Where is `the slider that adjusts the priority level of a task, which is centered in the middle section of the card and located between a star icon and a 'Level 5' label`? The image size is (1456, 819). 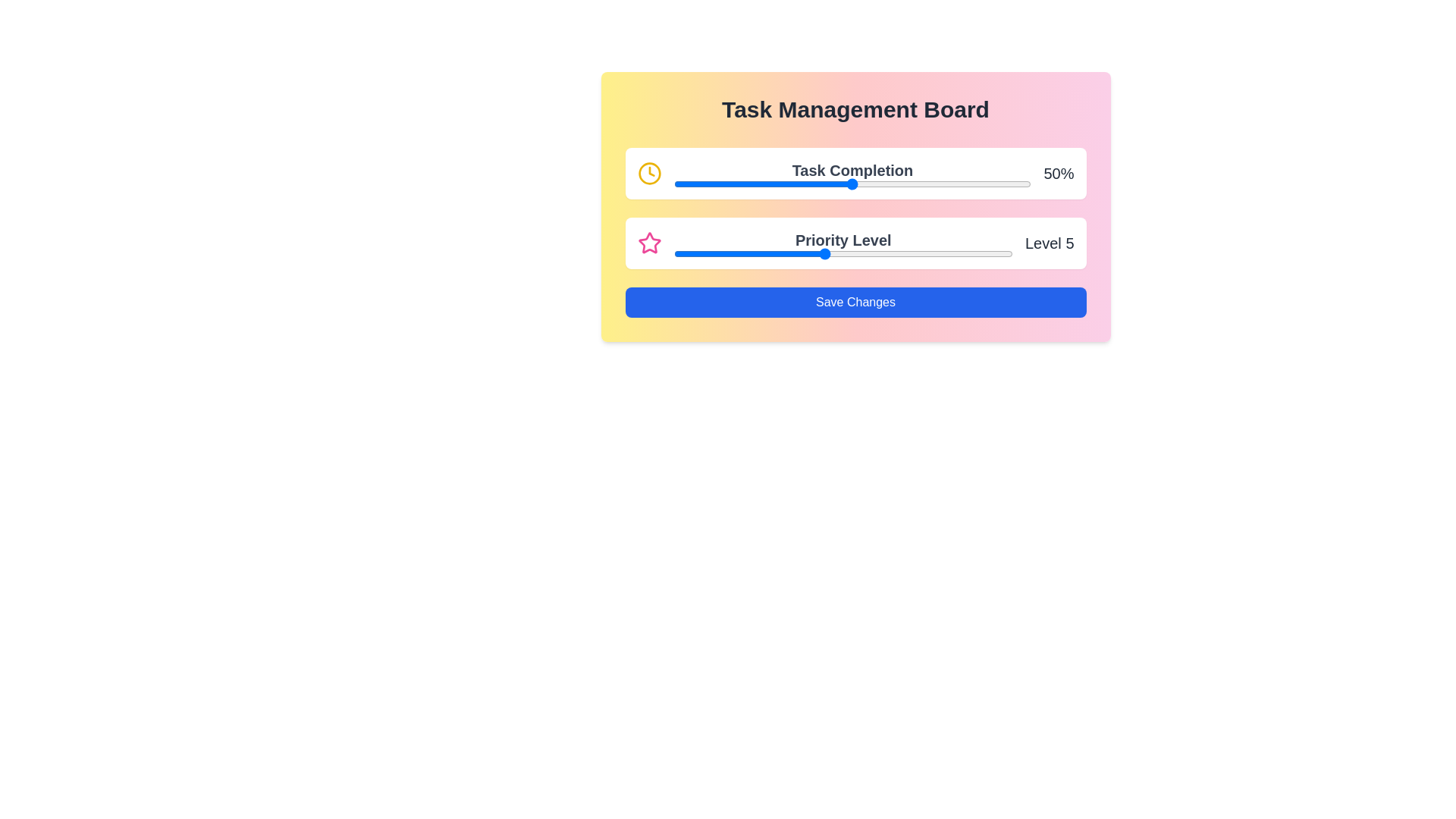
the slider that adjusts the priority level of a task, which is centered in the middle section of the card and located between a star icon and a 'Level 5' label is located at coordinates (843, 242).